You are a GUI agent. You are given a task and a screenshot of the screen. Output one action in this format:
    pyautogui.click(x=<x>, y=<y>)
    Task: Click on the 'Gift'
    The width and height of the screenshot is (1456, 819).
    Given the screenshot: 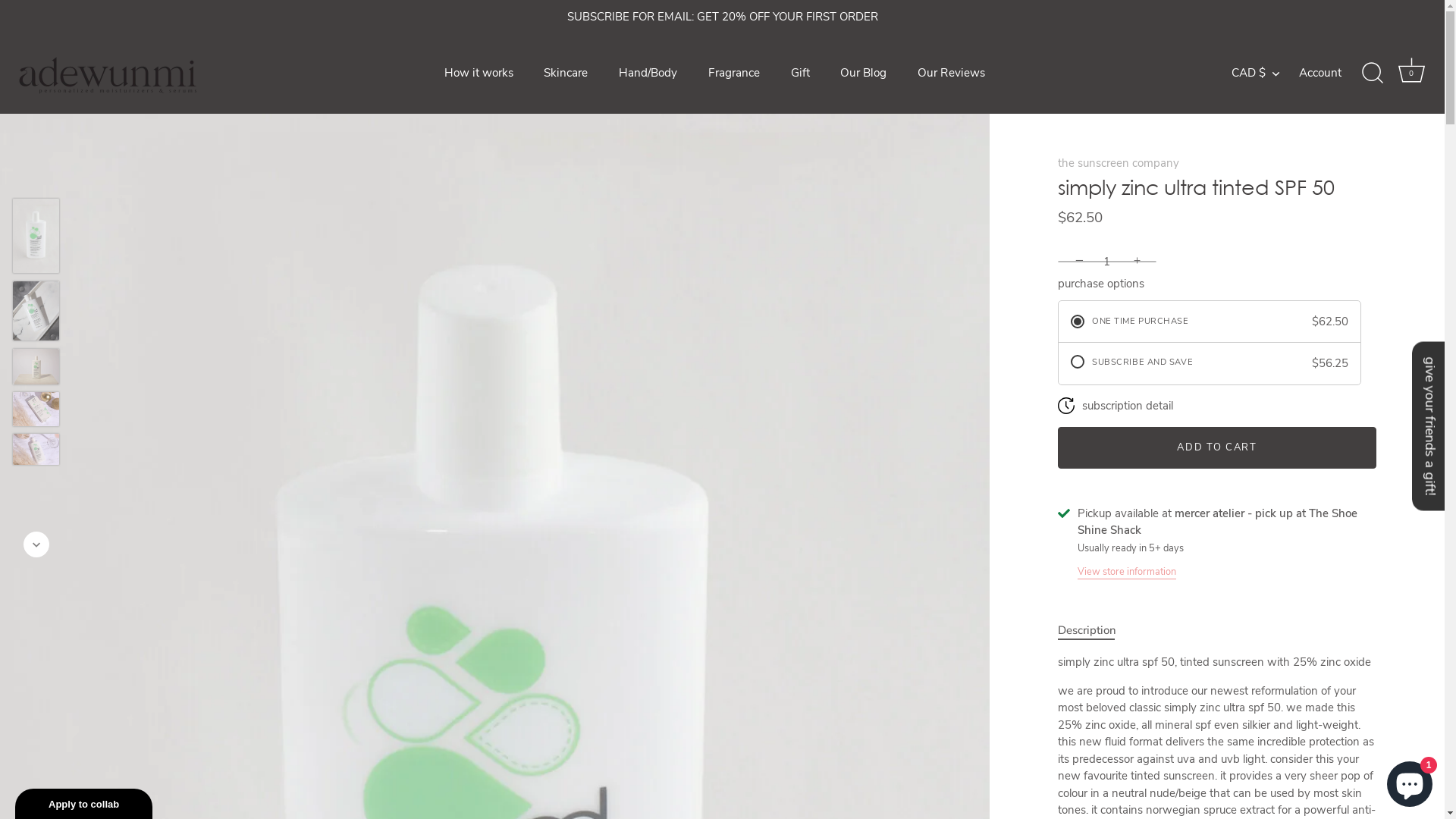 What is the action you would take?
    pyautogui.click(x=799, y=73)
    